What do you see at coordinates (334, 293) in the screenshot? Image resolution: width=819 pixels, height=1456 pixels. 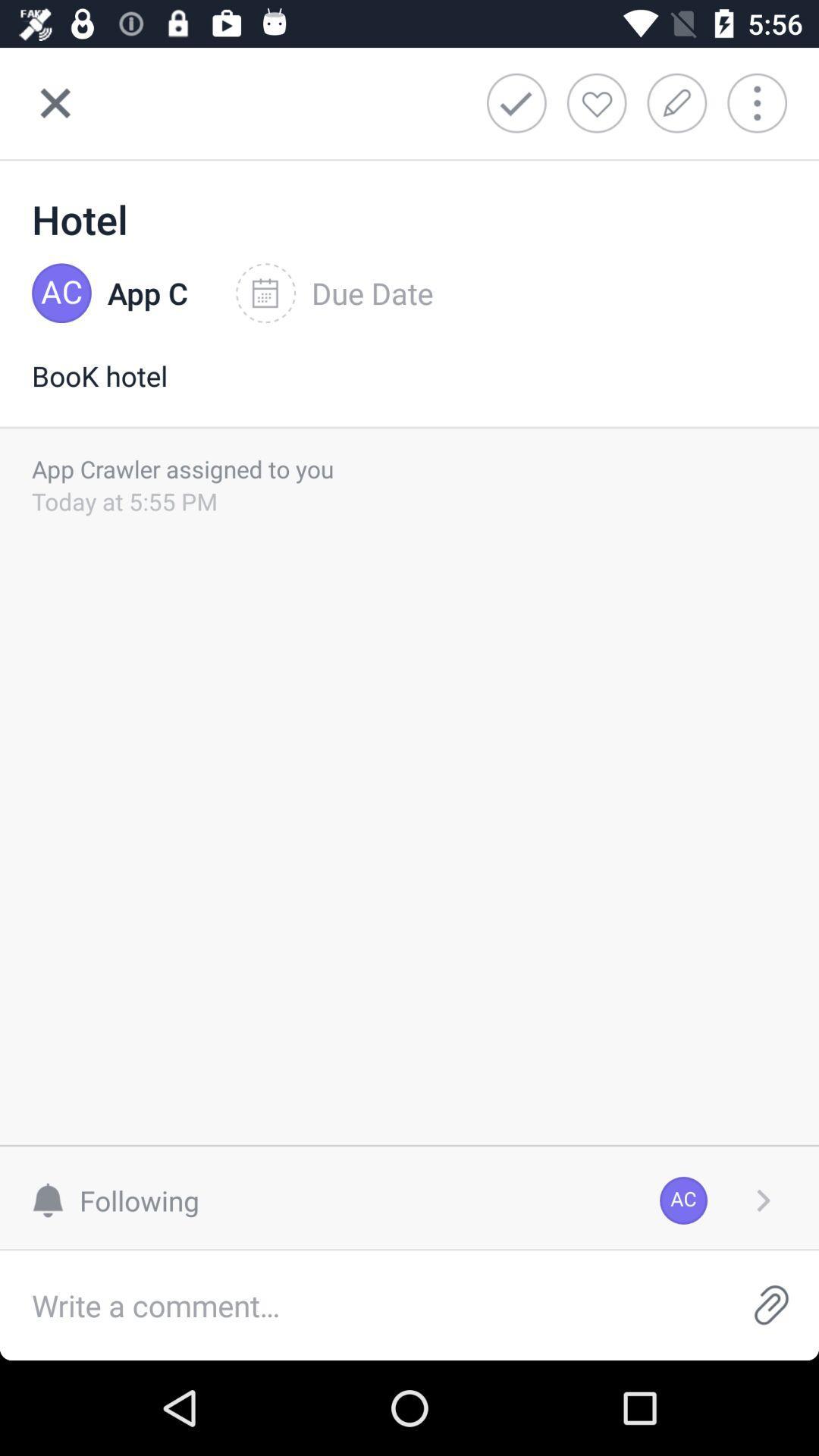 I see `due date` at bounding box center [334, 293].